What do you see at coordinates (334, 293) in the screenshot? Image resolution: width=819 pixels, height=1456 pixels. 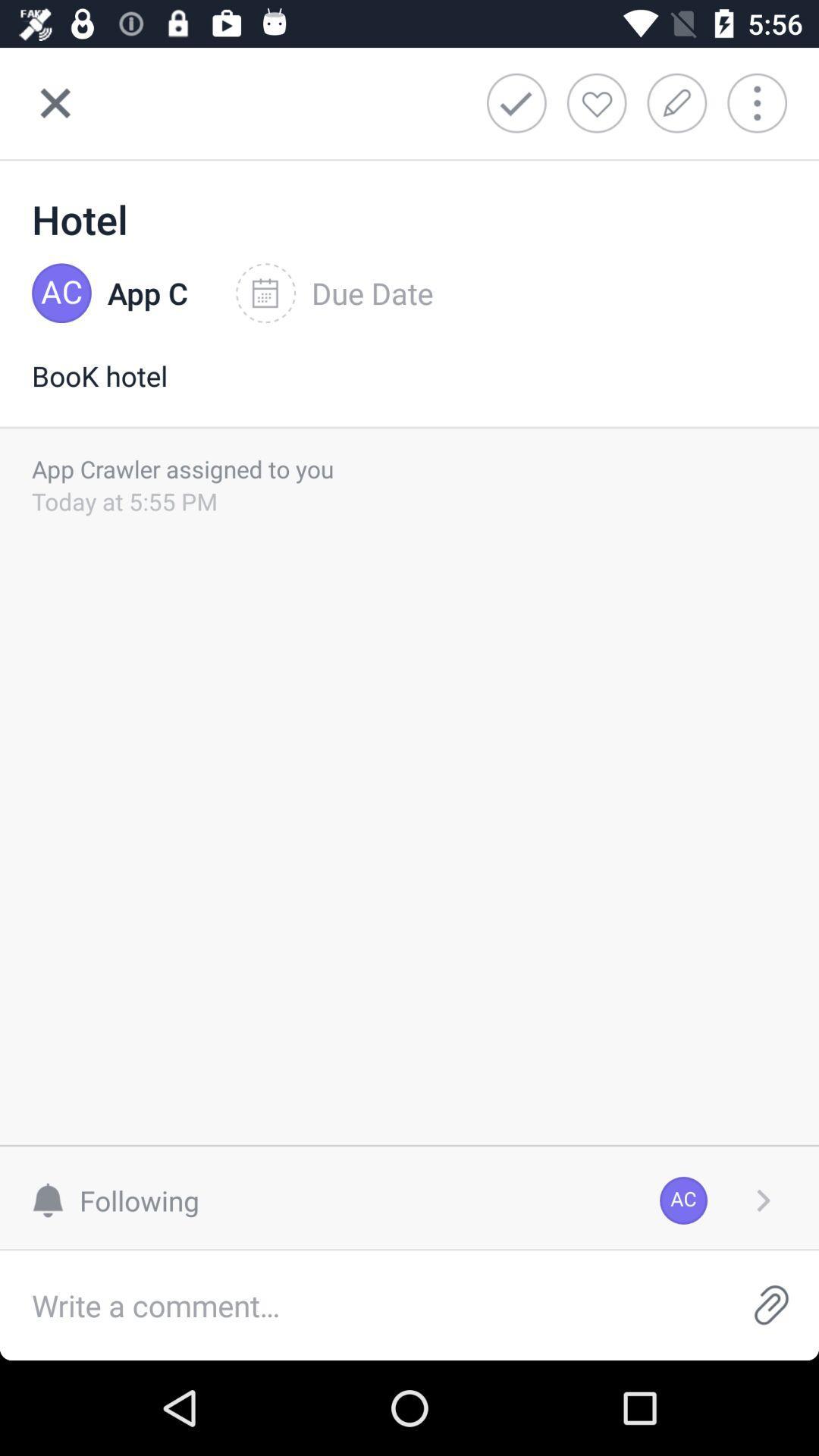 I see `due date` at bounding box center [334, 293].